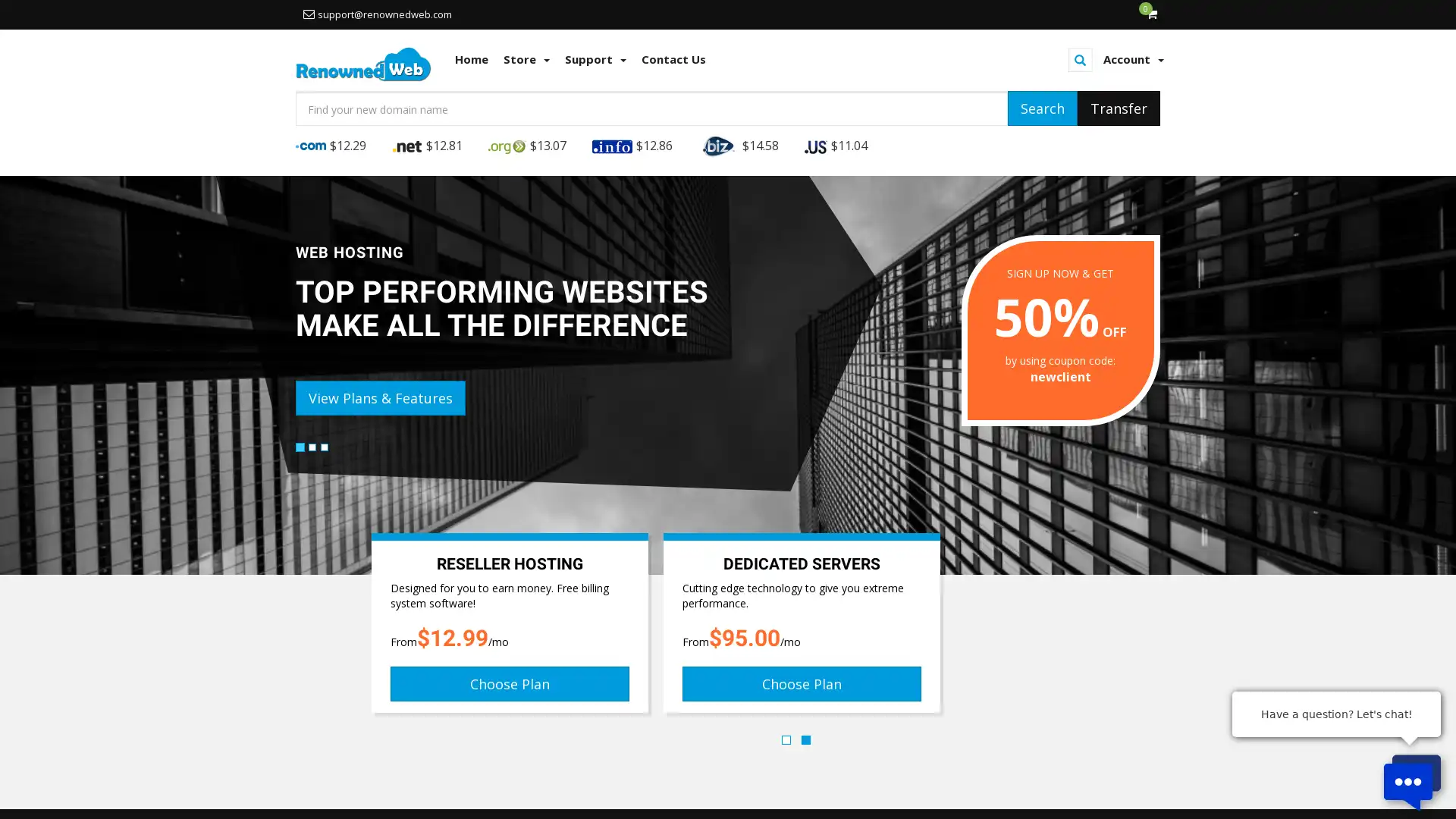 This screenshot has width=1456, height=819. I want to click on Transfer, so click(1119, 107).